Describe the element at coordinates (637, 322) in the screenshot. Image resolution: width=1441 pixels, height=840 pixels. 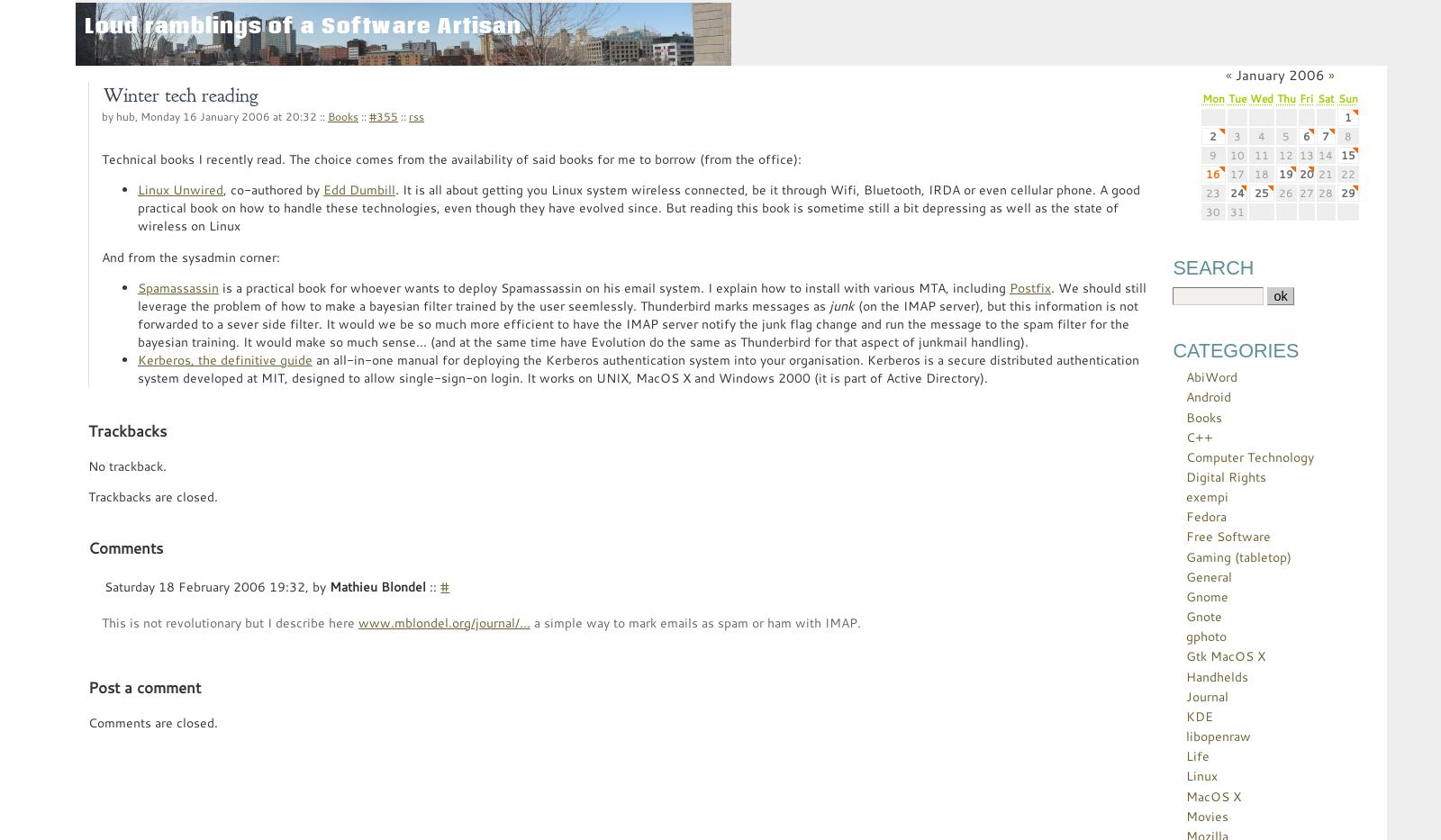
I see `'(on the IMAP server), but this information is not forwarded to a sever side filter. It would we be so much more efficient to have the IMAP server notify the junk flag change and run the message to the spam filter for the bayesian training. It would make so much sense... (and at the same time have Evolution do the same as Thunderbird for that aspect of junkmail handling).'` at that location.